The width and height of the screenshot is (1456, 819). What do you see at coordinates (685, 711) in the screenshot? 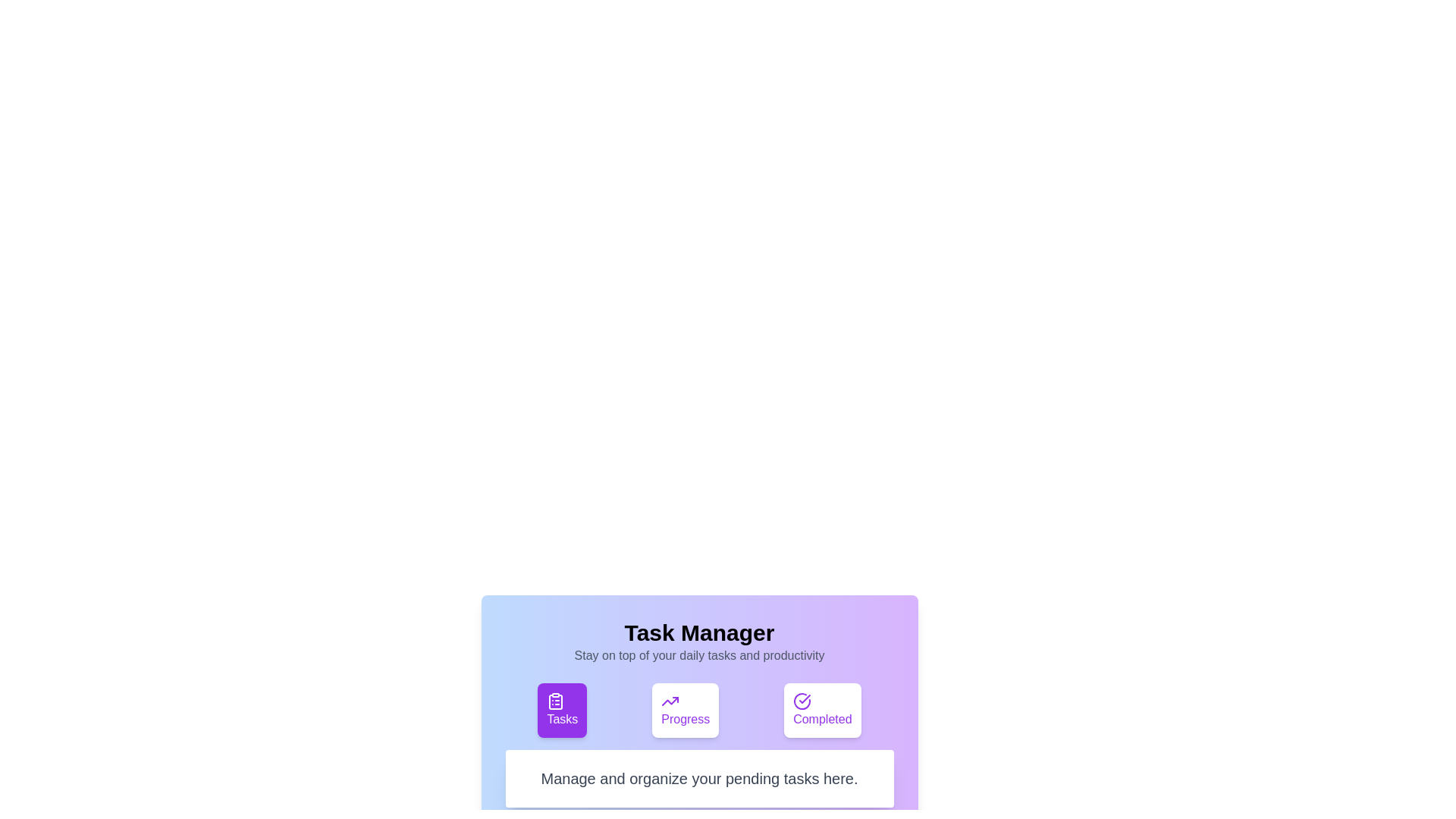
I see `the Progress tab` at bounding box center [685, 711].